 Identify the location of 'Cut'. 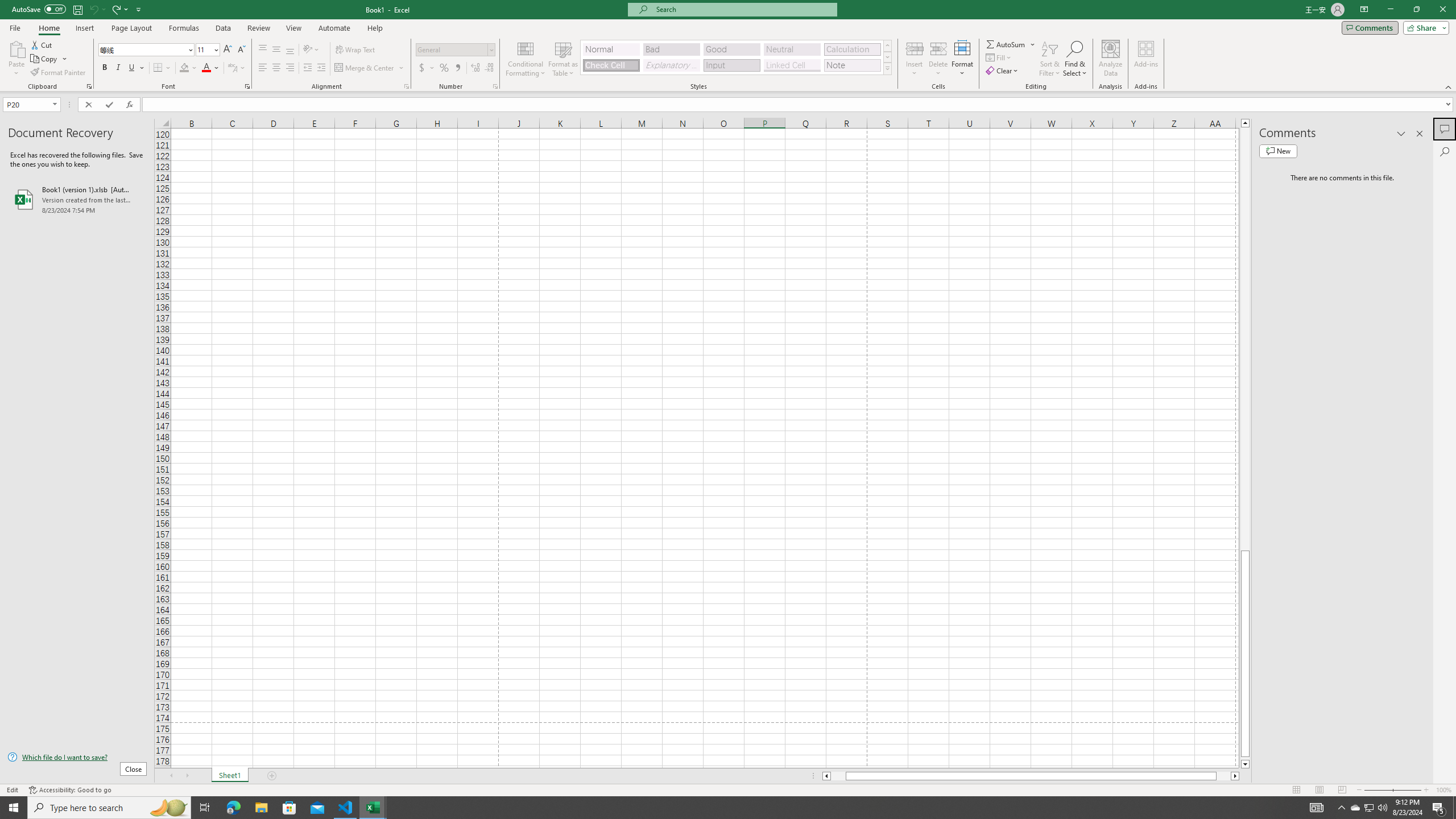
(42, 44).